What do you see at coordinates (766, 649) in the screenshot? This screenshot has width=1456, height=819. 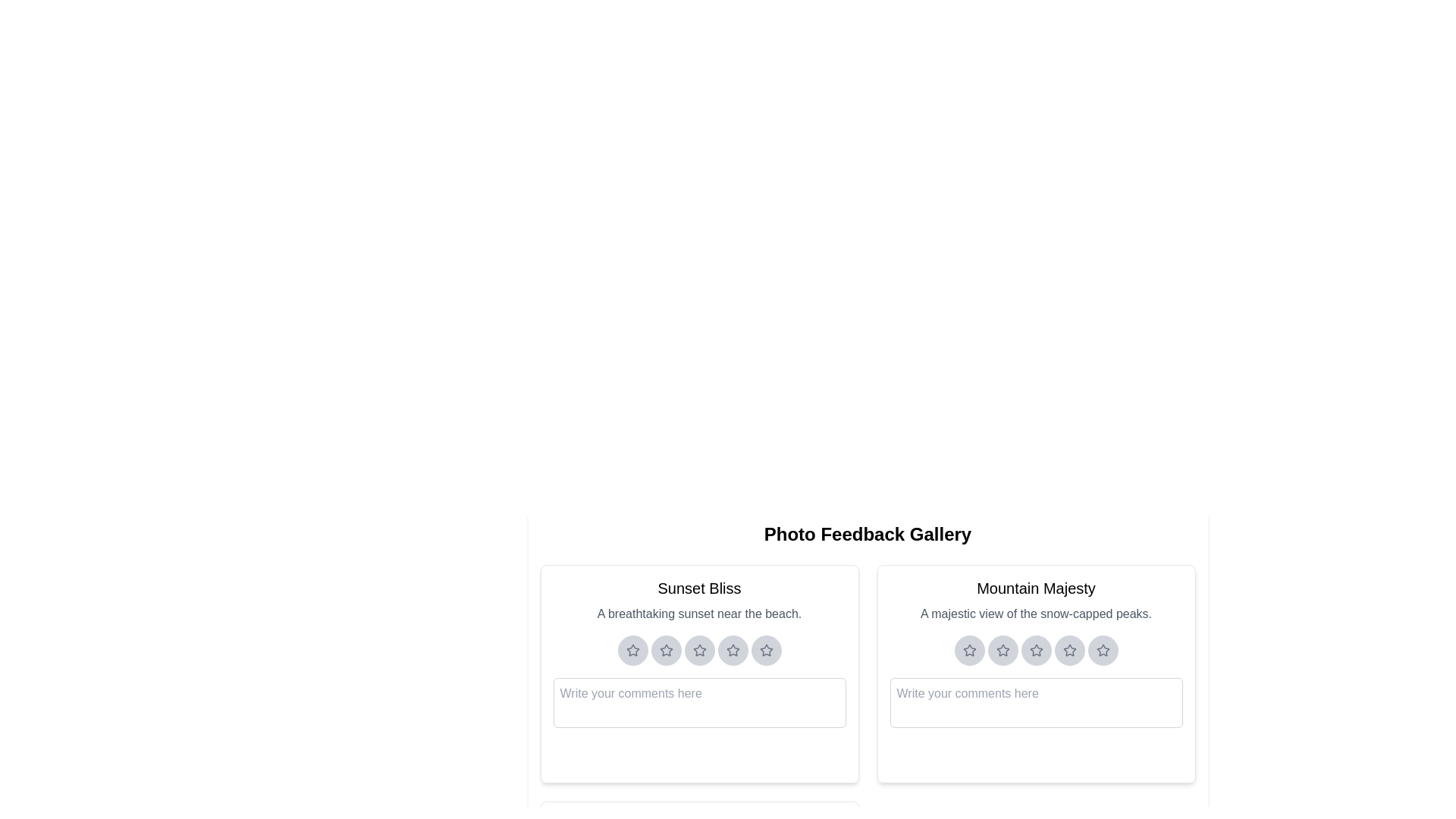 I see `the circular button with a light gray background and star icon at the center of the 'Sunset Bliss' card in the 'Photo Feedback Gallery'` at bounding box center [766, 649].